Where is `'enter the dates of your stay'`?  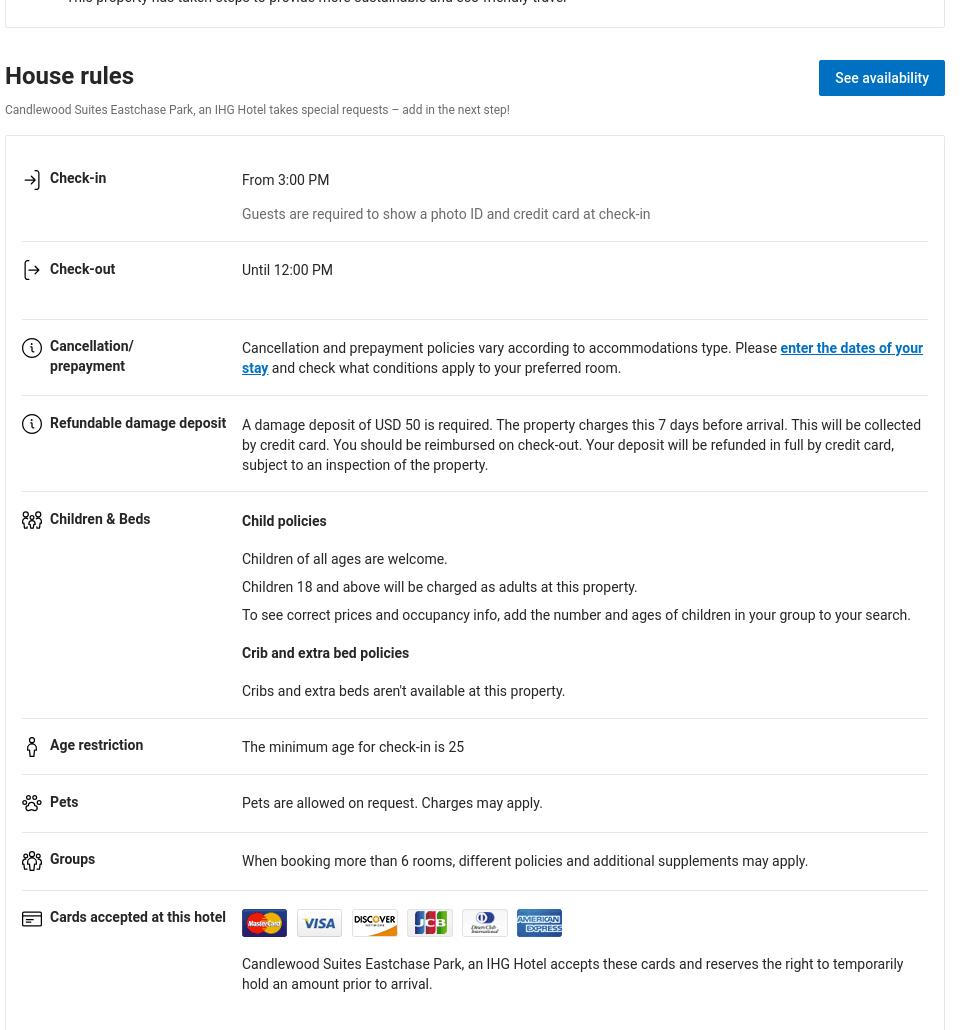
'enter the dates of your stay' is located at coordinates (582, 356).